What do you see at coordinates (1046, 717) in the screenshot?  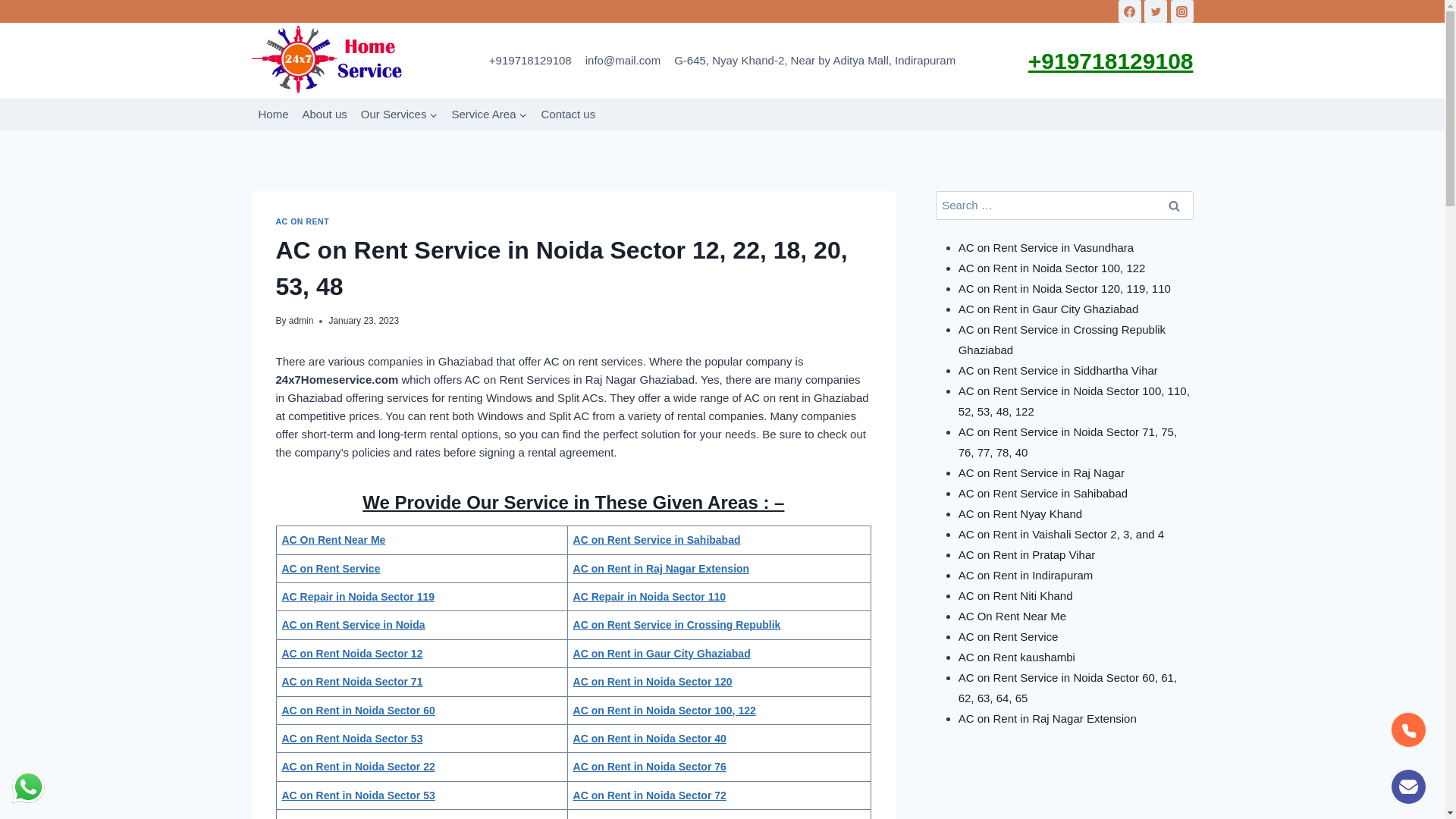 I see `'AC on Rent in Raj Nagar Extension'` at bounding box center [1046, 717].